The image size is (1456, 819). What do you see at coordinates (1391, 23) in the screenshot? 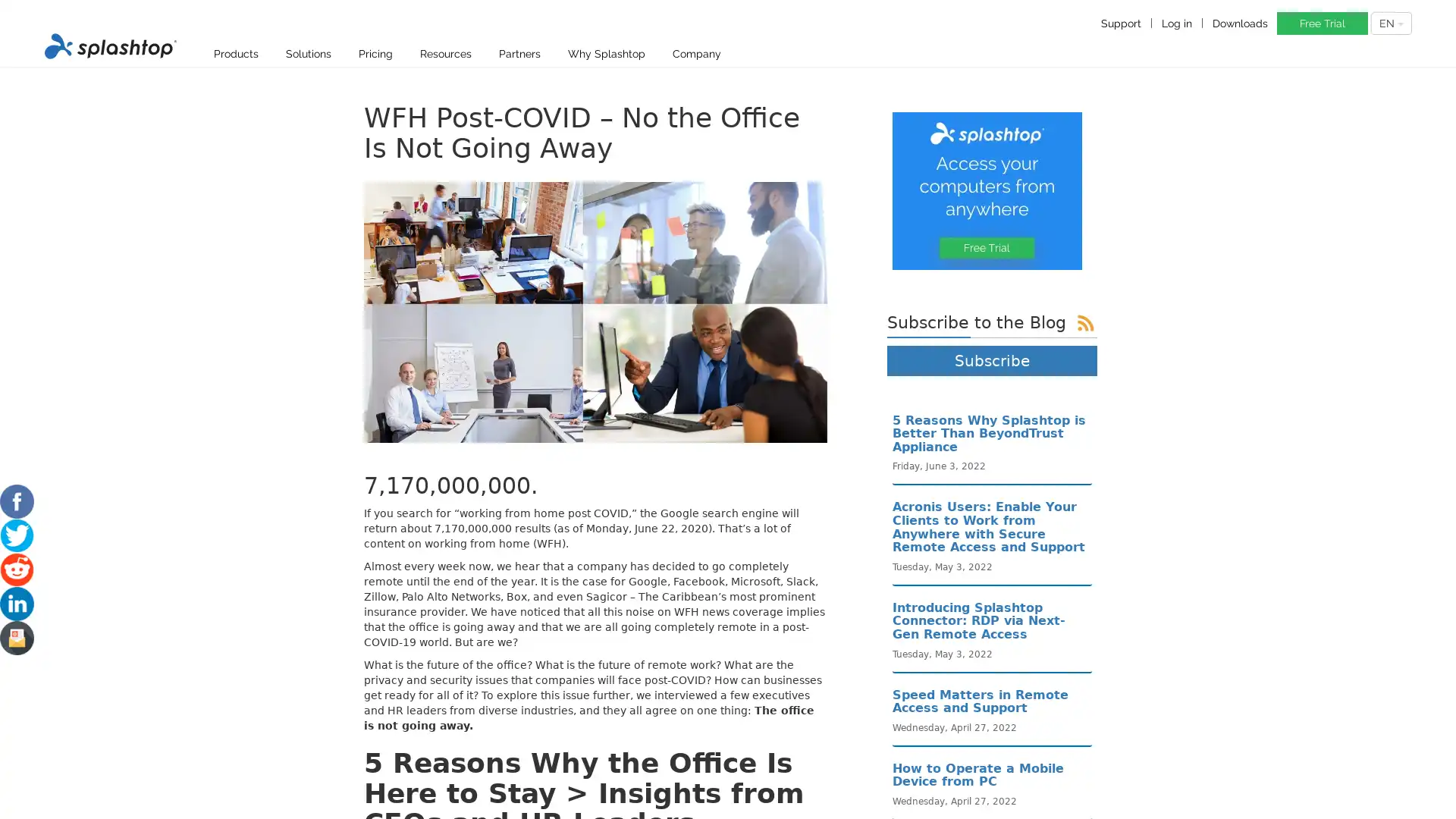
I see `EN` at bounding box center [1391, 23].